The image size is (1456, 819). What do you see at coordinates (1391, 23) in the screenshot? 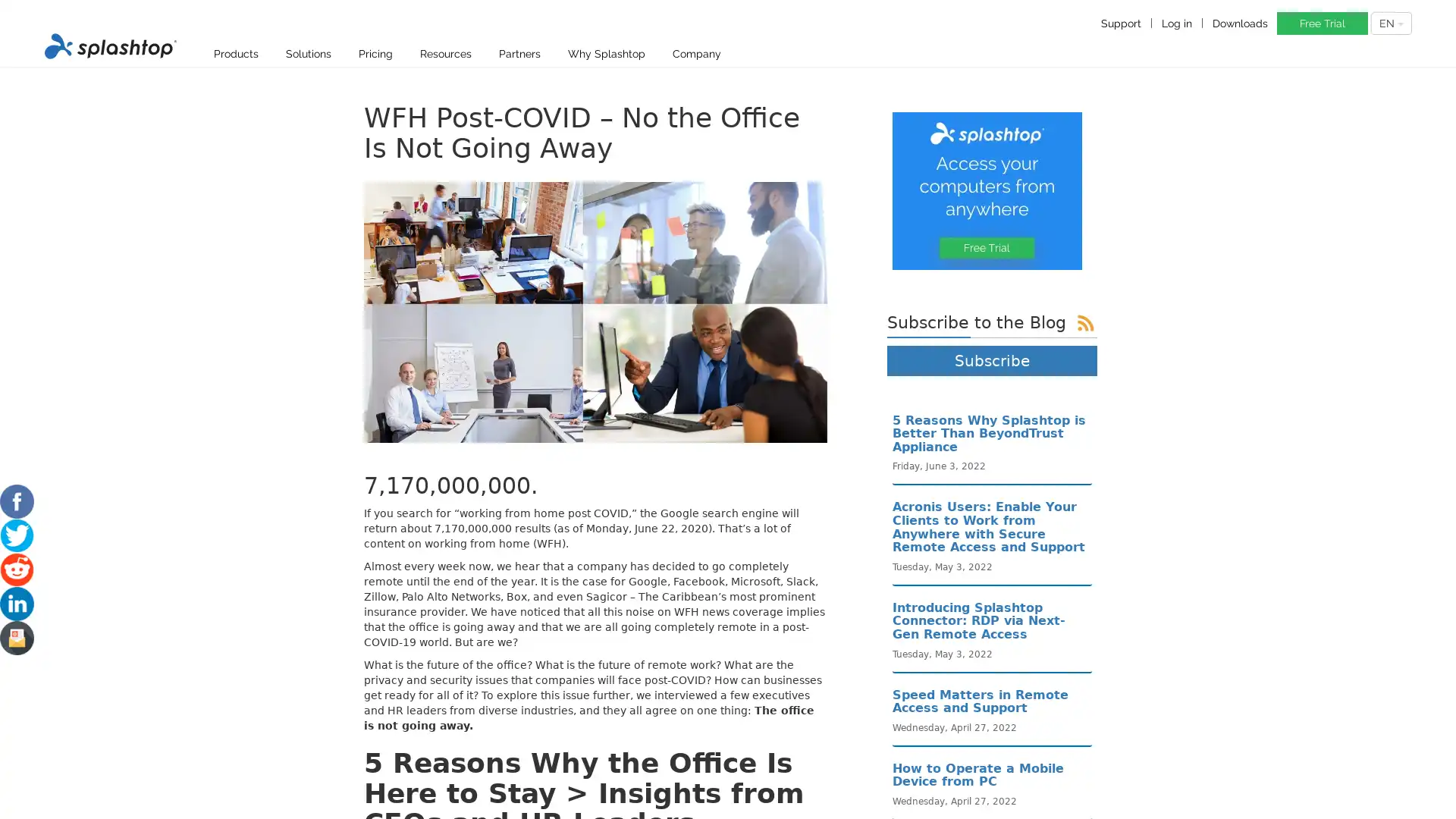
I see `EN` at bounding box center [1391, 23].